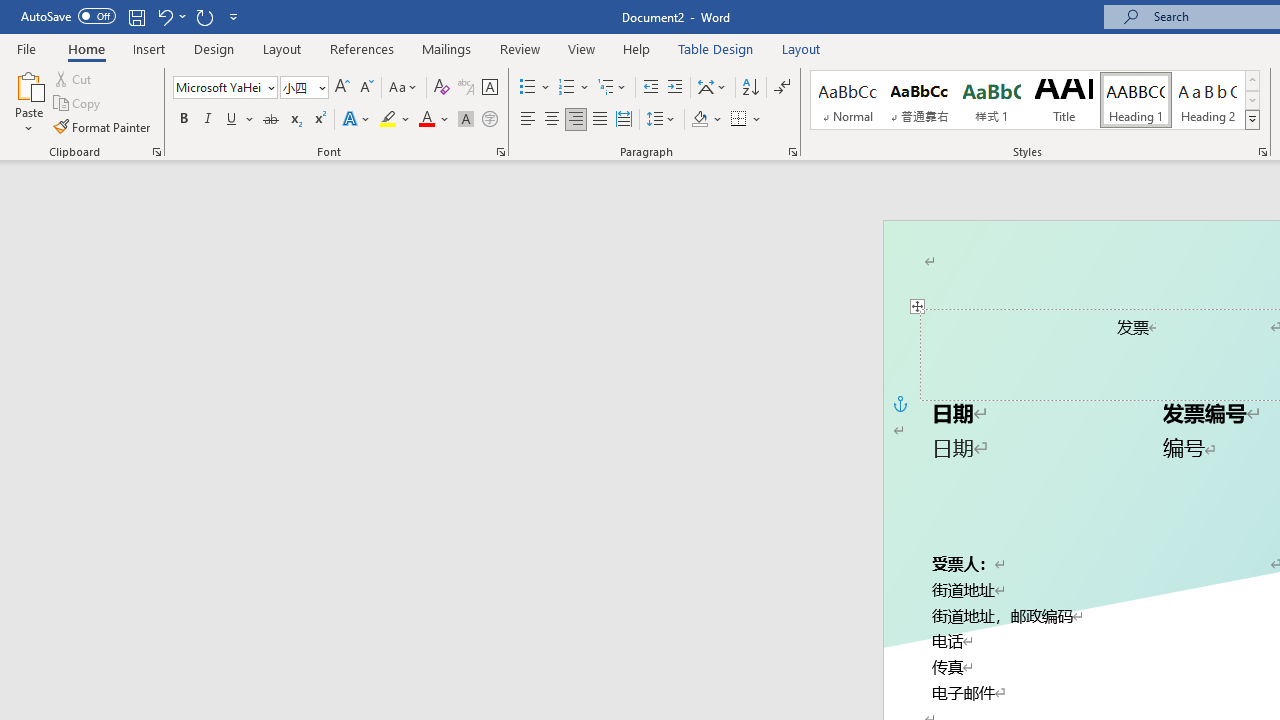 The image size is (1280, 720). I want to click on 'Phonetic Guide...', so click(464, 86).